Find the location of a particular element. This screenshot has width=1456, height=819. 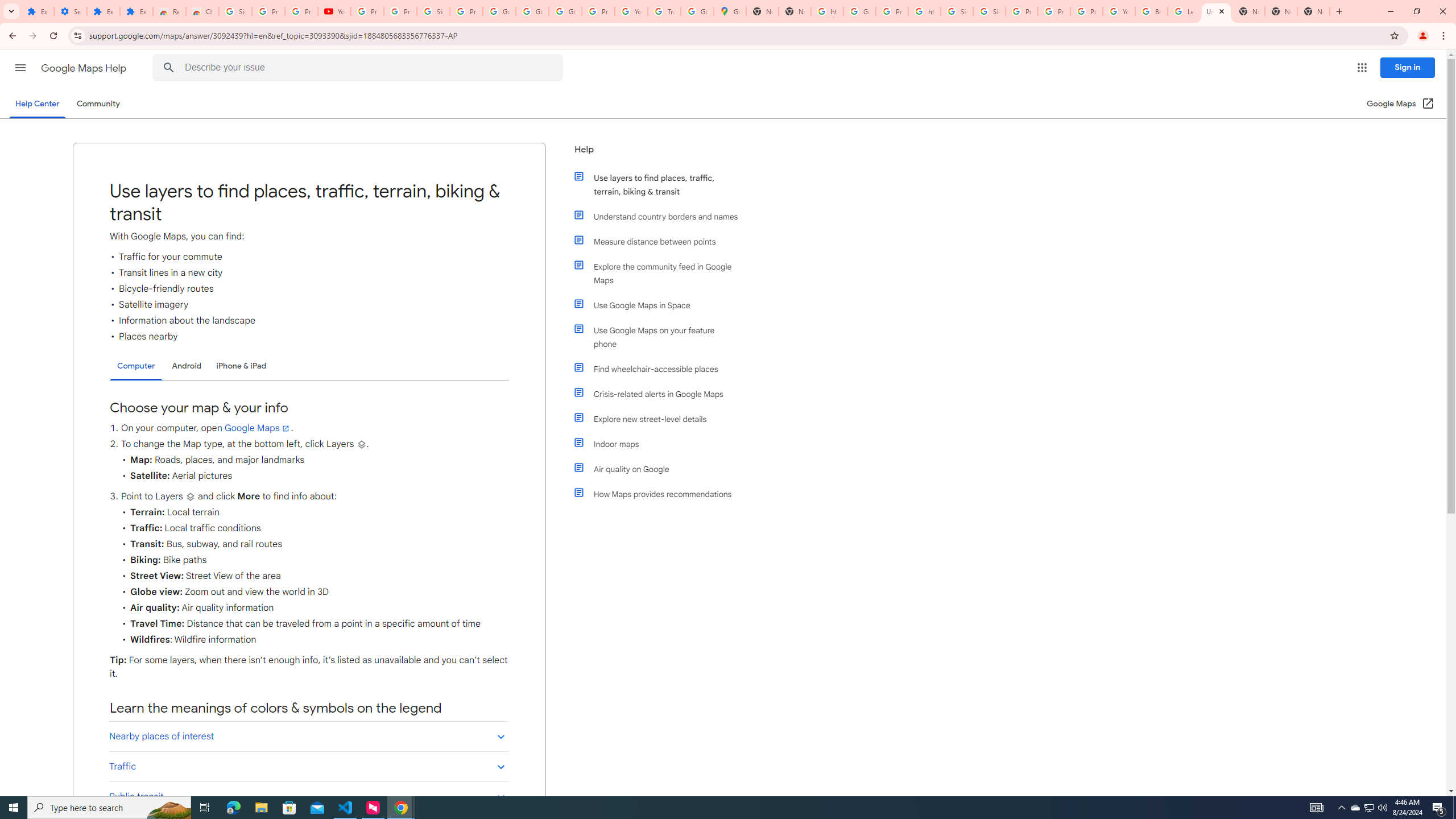

'New Tab' is located at coordinates (1338, 11).